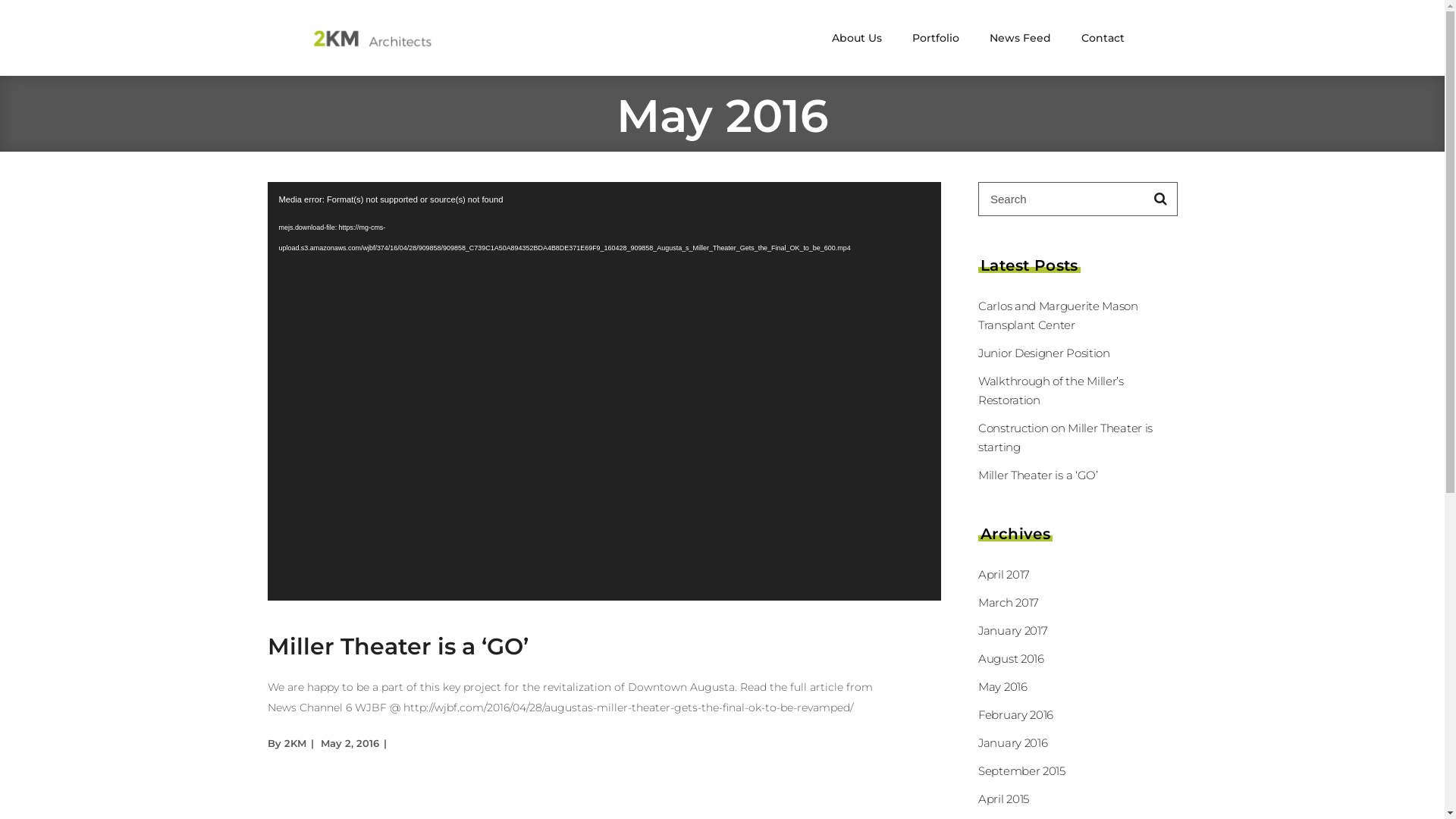 The width and height of the screenshot is (1456, 819). What do you see at coordinates (1019, 37) in the screenshot?
I see `'News Feed'` at bounding box center [1019, 37].